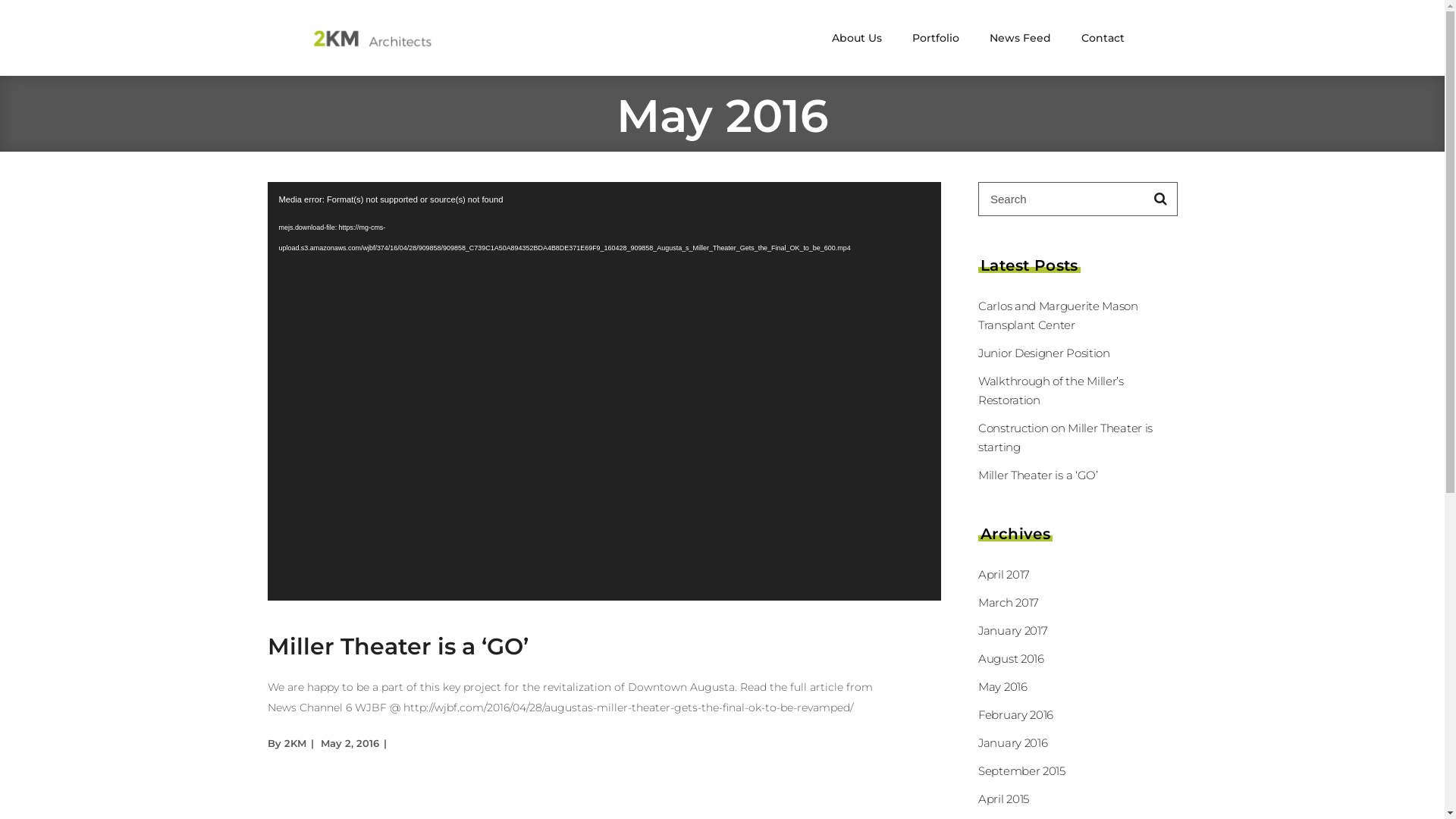 The width and height of the screenshot is (1456, 819). What do you see at coordinates (1019, 37) in the screenshot?
I see `'News Feed'` at bounding box center [1019, 37].